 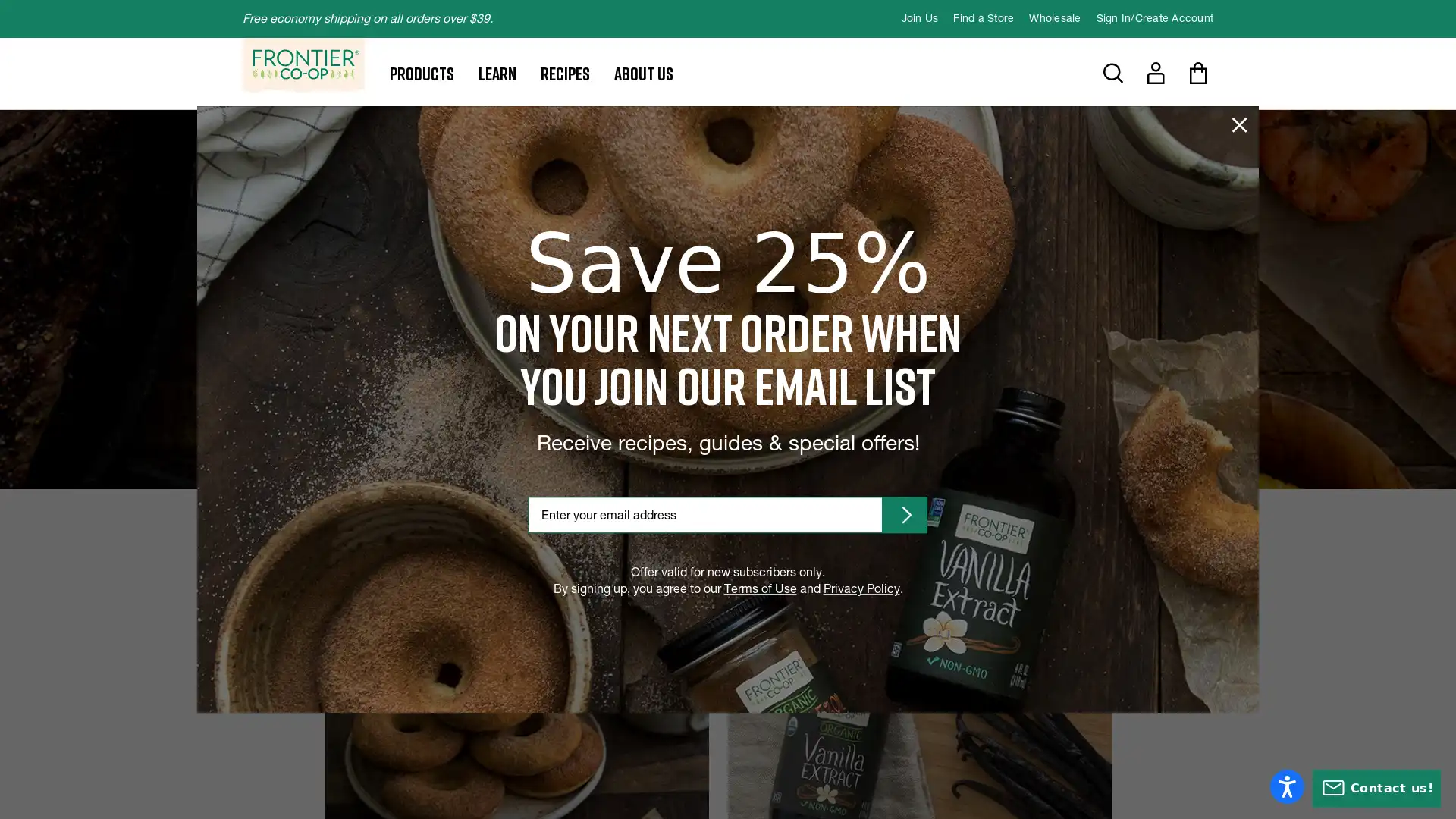 What do you see at coordinates (1286, 786) in the screenshot?
I see `Open accessibility options, statement and help` at bounding box center [1286, 786].